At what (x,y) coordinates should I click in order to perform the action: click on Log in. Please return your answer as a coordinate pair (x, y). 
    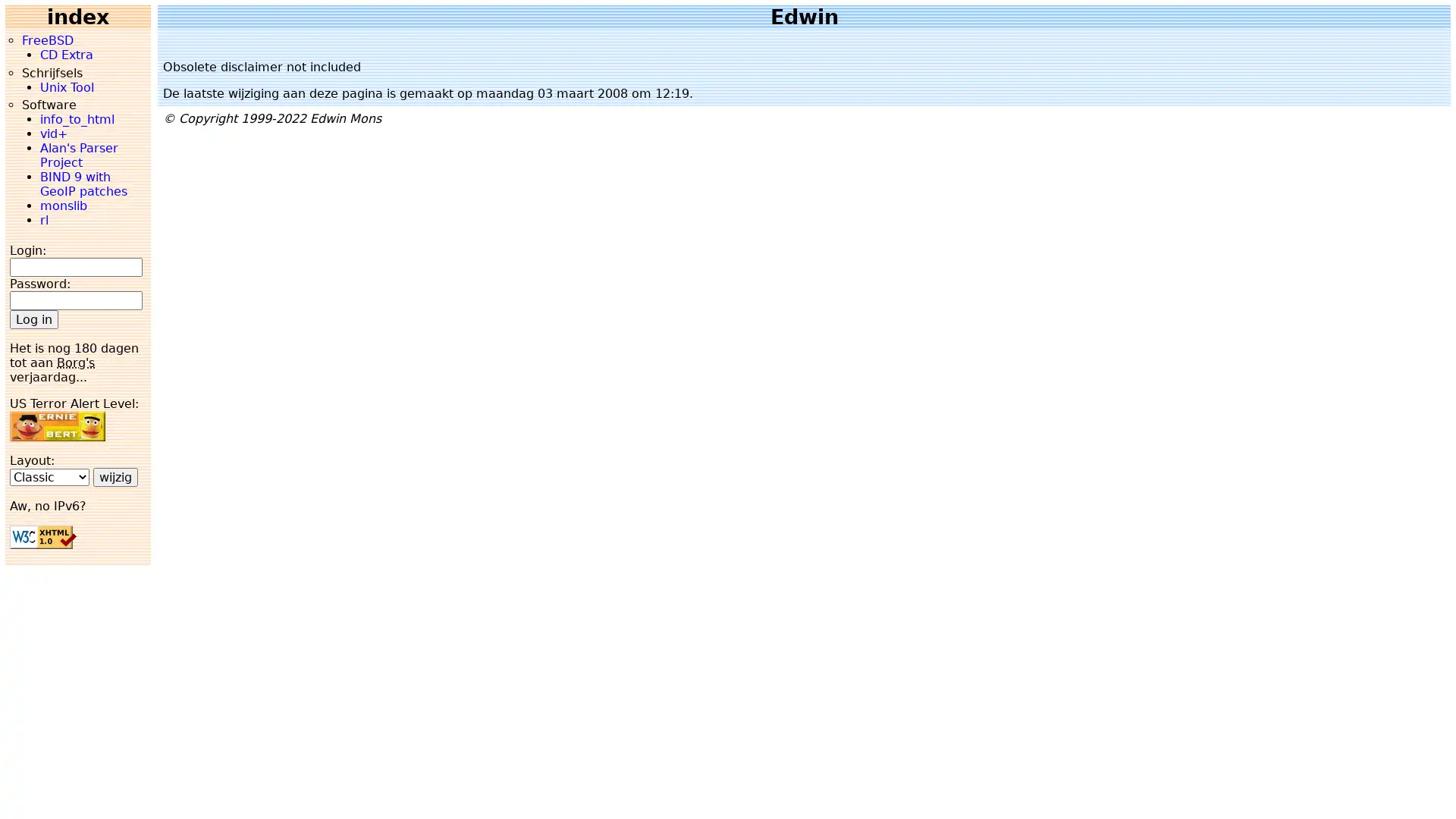
    Looking at the image, I should click on (33, 318).